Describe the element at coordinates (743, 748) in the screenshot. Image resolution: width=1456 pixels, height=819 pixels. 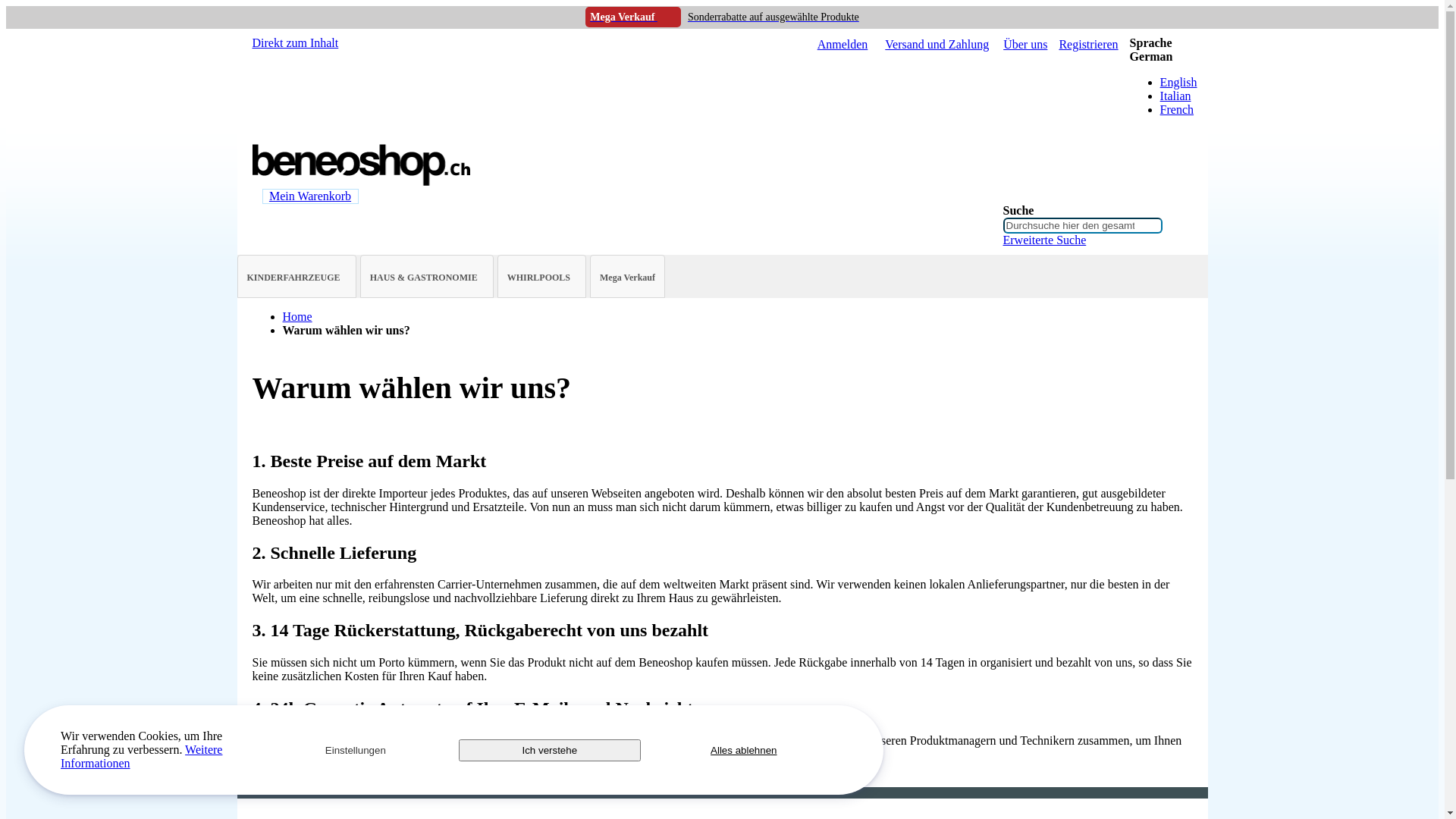
I see `'Alles ablehnen'` at that location.